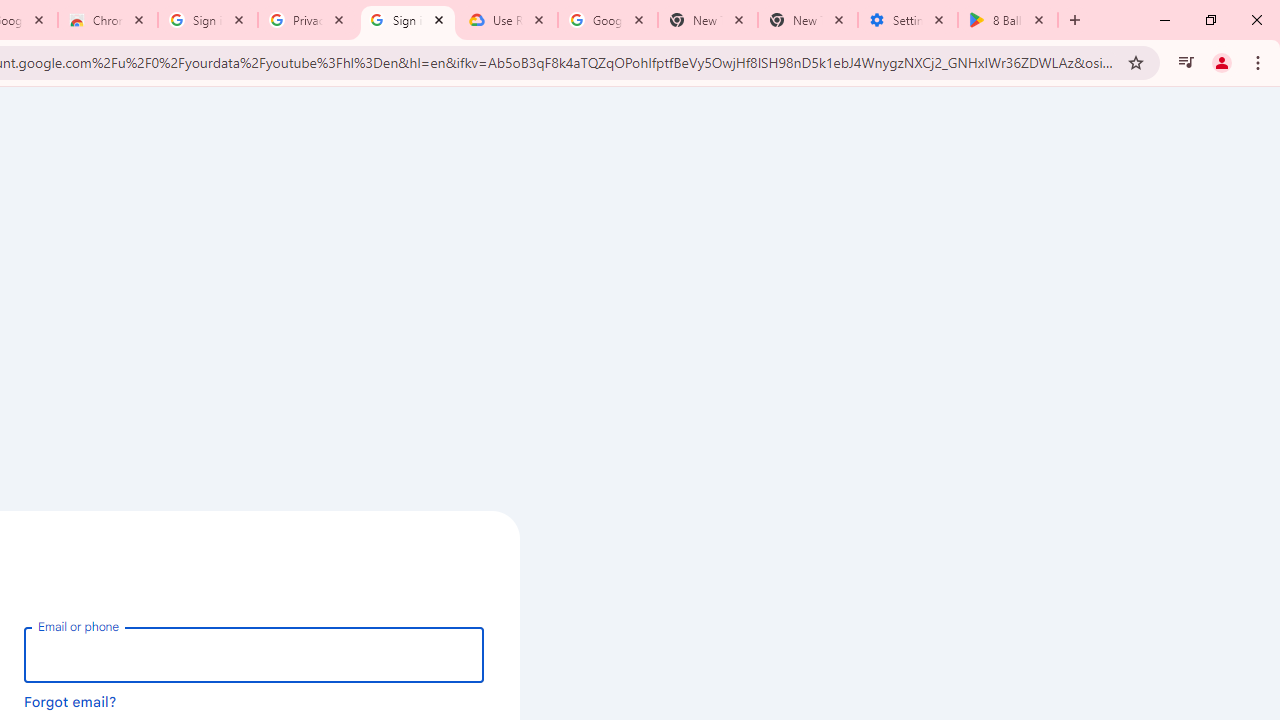 The image size is (1280, 720). Describe the element at coordinates (807, 20) in the screenshot. I see `'New Tab'` at that location.